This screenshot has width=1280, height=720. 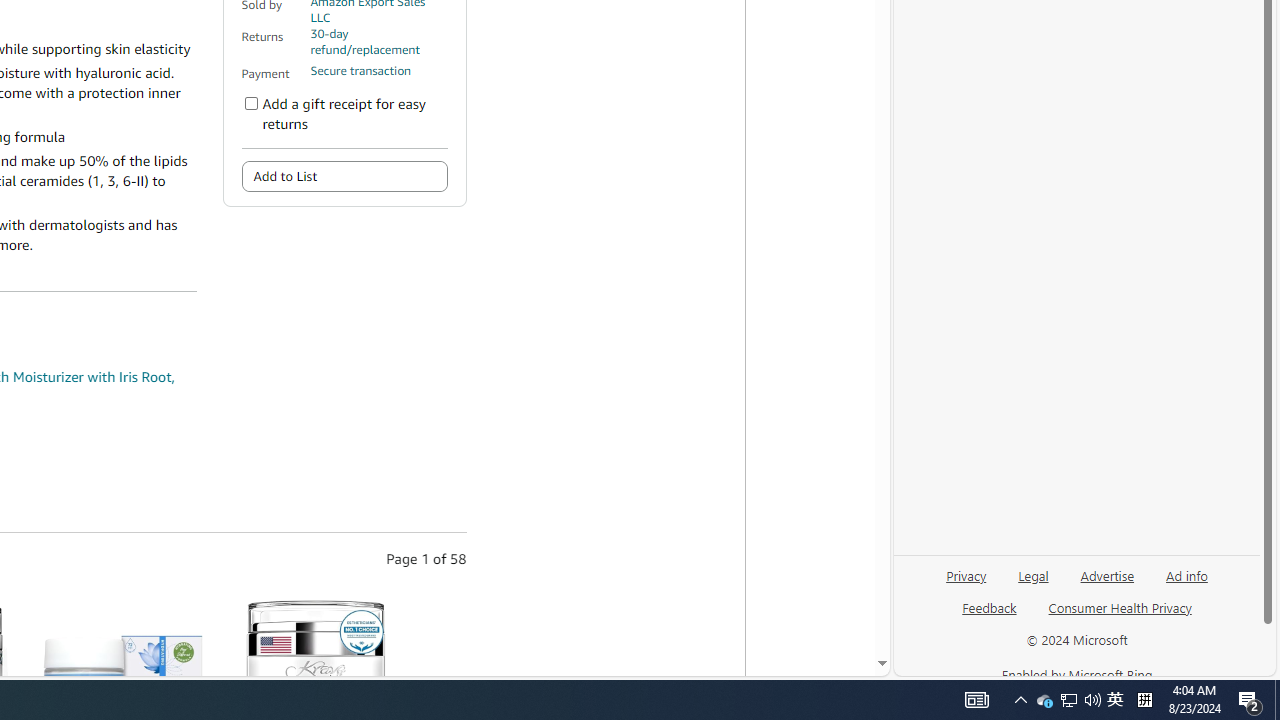 What do you see at coordinates (1033, 574) in the screenshot?
I see `'Legal'` at bounding box center [1033, 574].